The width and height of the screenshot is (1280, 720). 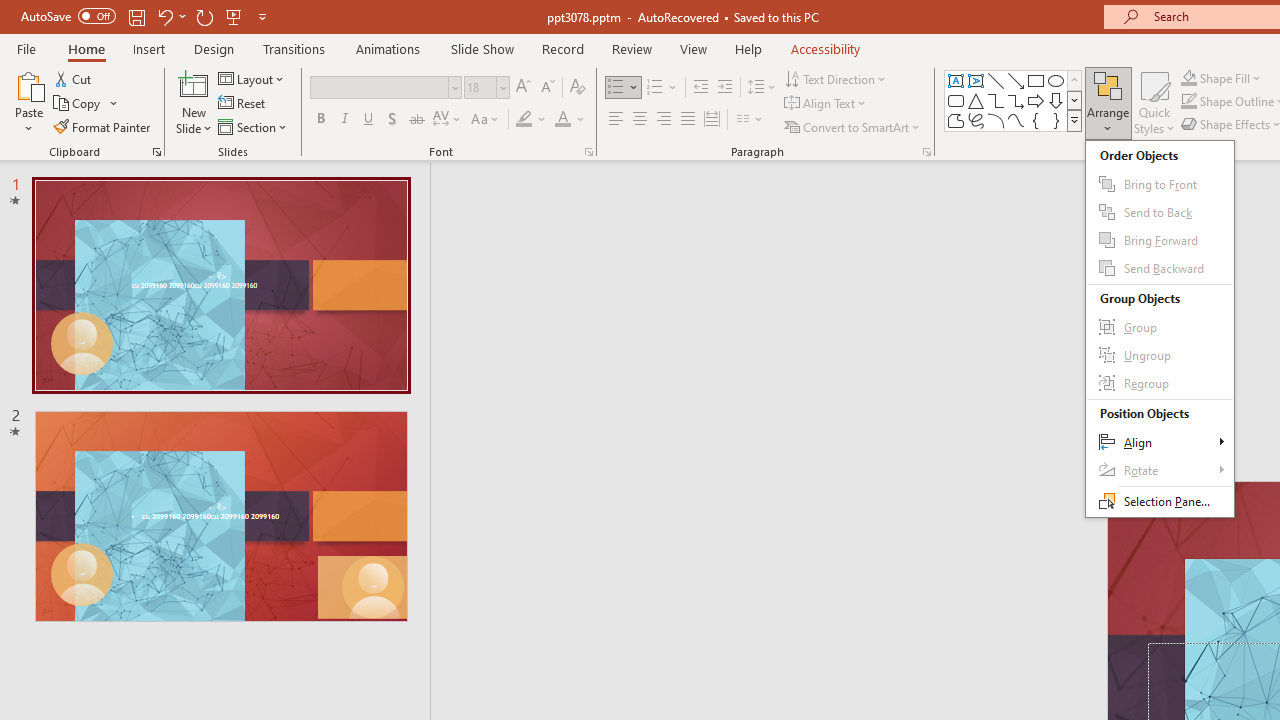 What do you see at coordinates (995, 100) in the screenshot?
I see `'Connector: Elbow'` at bounding box center [995, 100].